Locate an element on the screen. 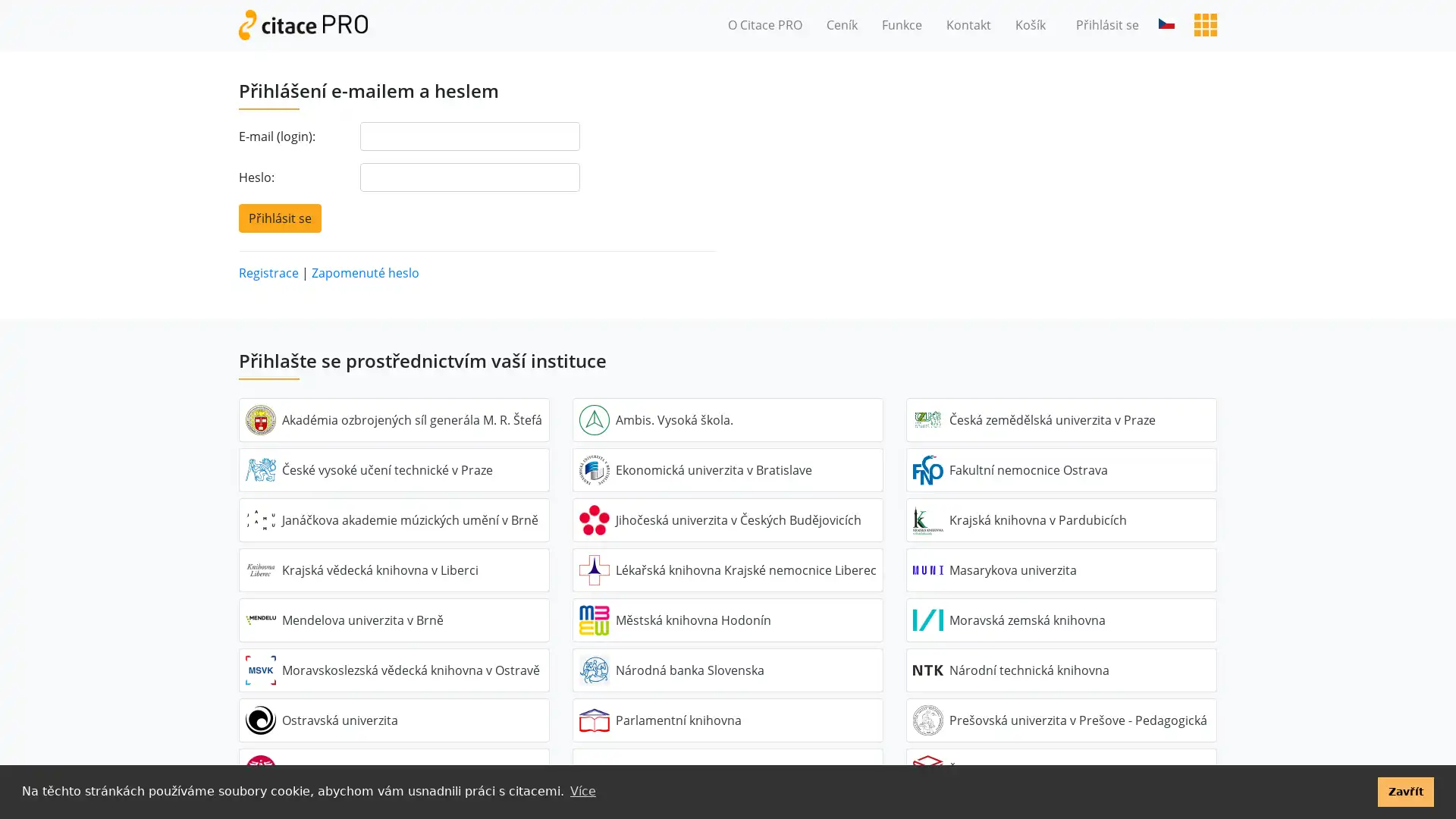 The width and height of the screenshot is (1456, 819). dismiss cookie message is located at coordinates (1404, 791).